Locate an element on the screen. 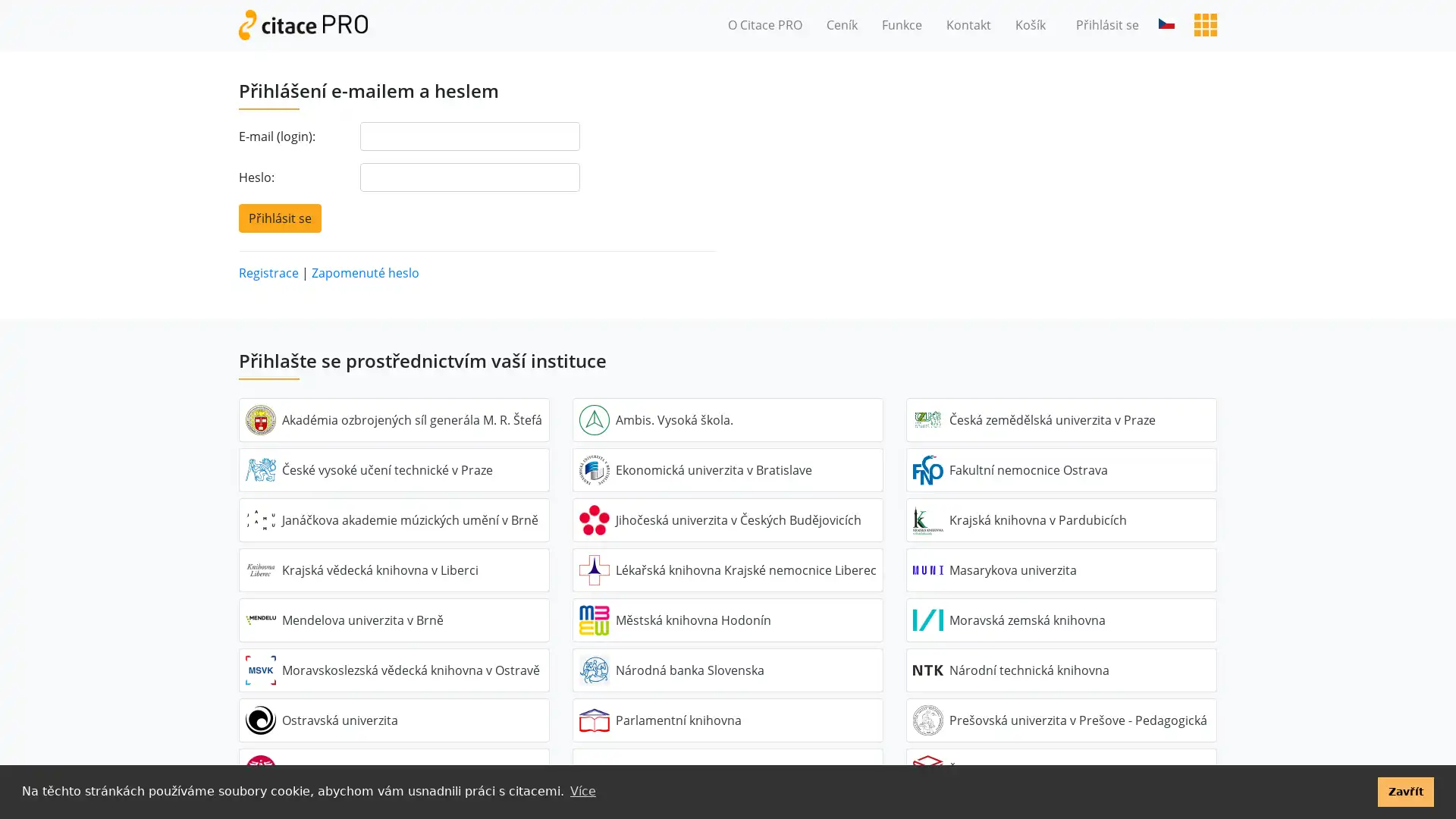 The width and height of the screenshot is (1456, 819). dismiss cookie message is located at coordinates (1404, 791).